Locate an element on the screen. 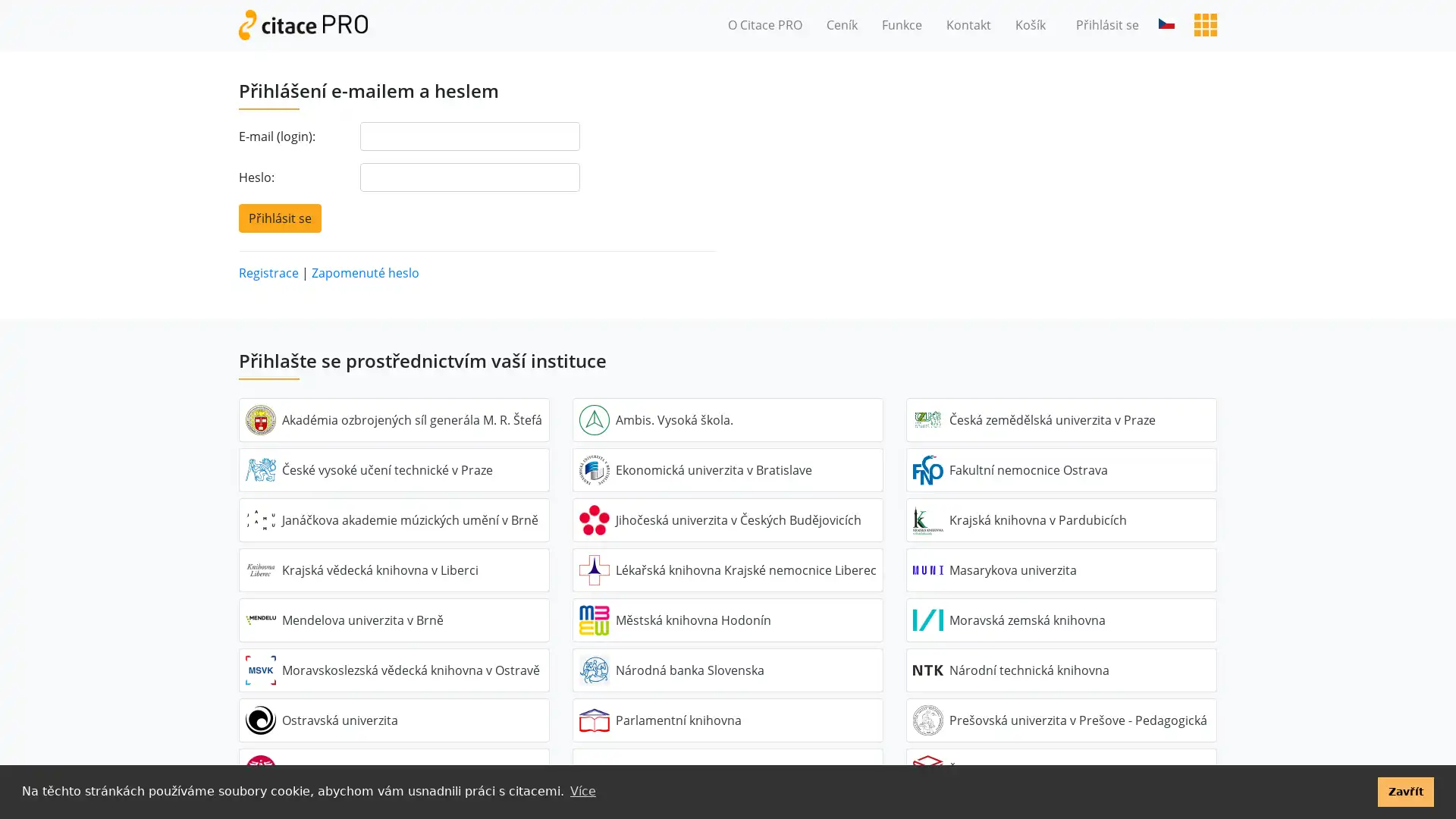 The width and height of the screenshot is (1456, 819). dismiss cookie message is located at coordinates (1404, 791).